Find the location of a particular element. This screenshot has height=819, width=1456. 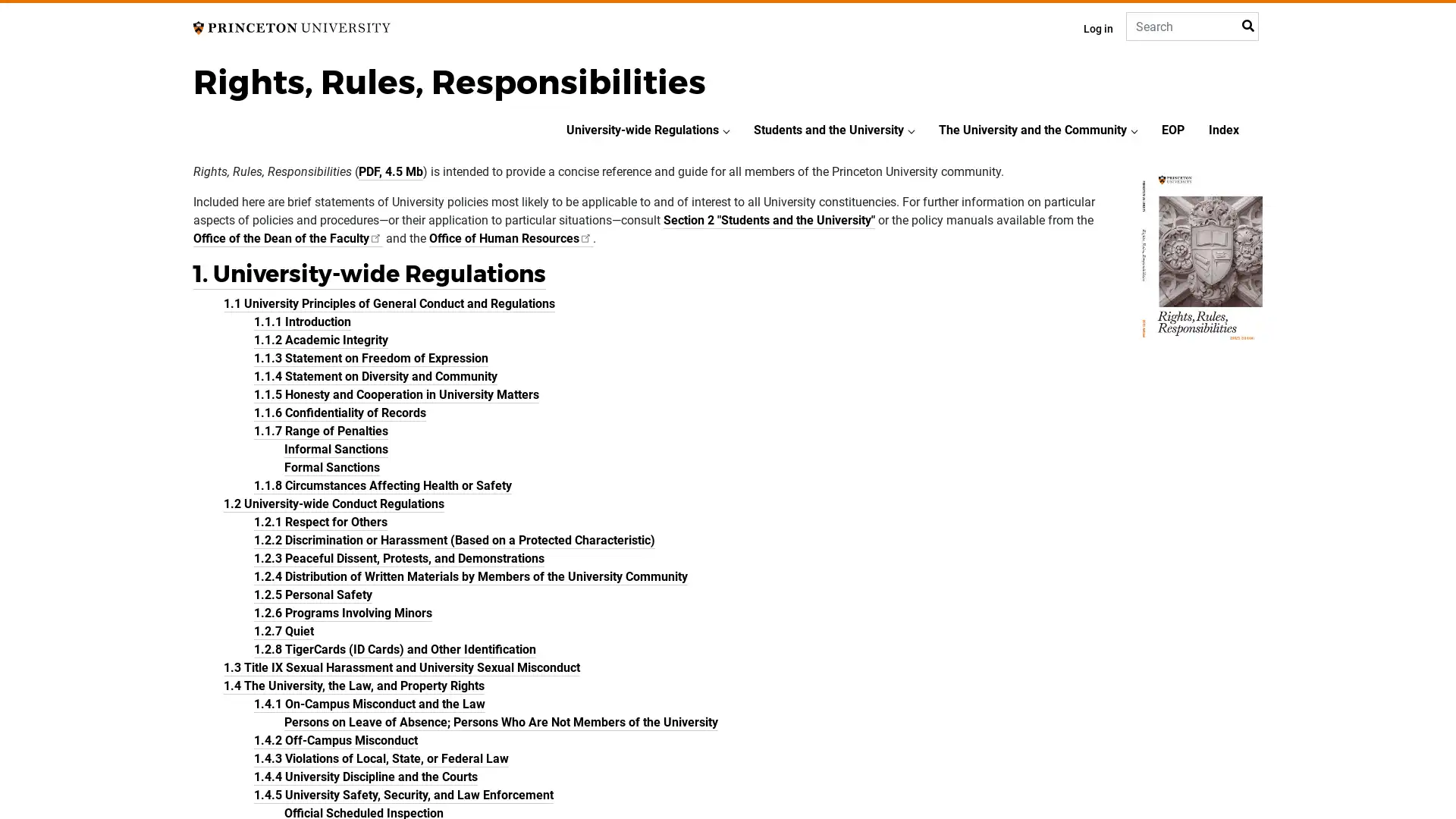

The University and the CommunitySubmenu is located at coordinates (1134, 130).